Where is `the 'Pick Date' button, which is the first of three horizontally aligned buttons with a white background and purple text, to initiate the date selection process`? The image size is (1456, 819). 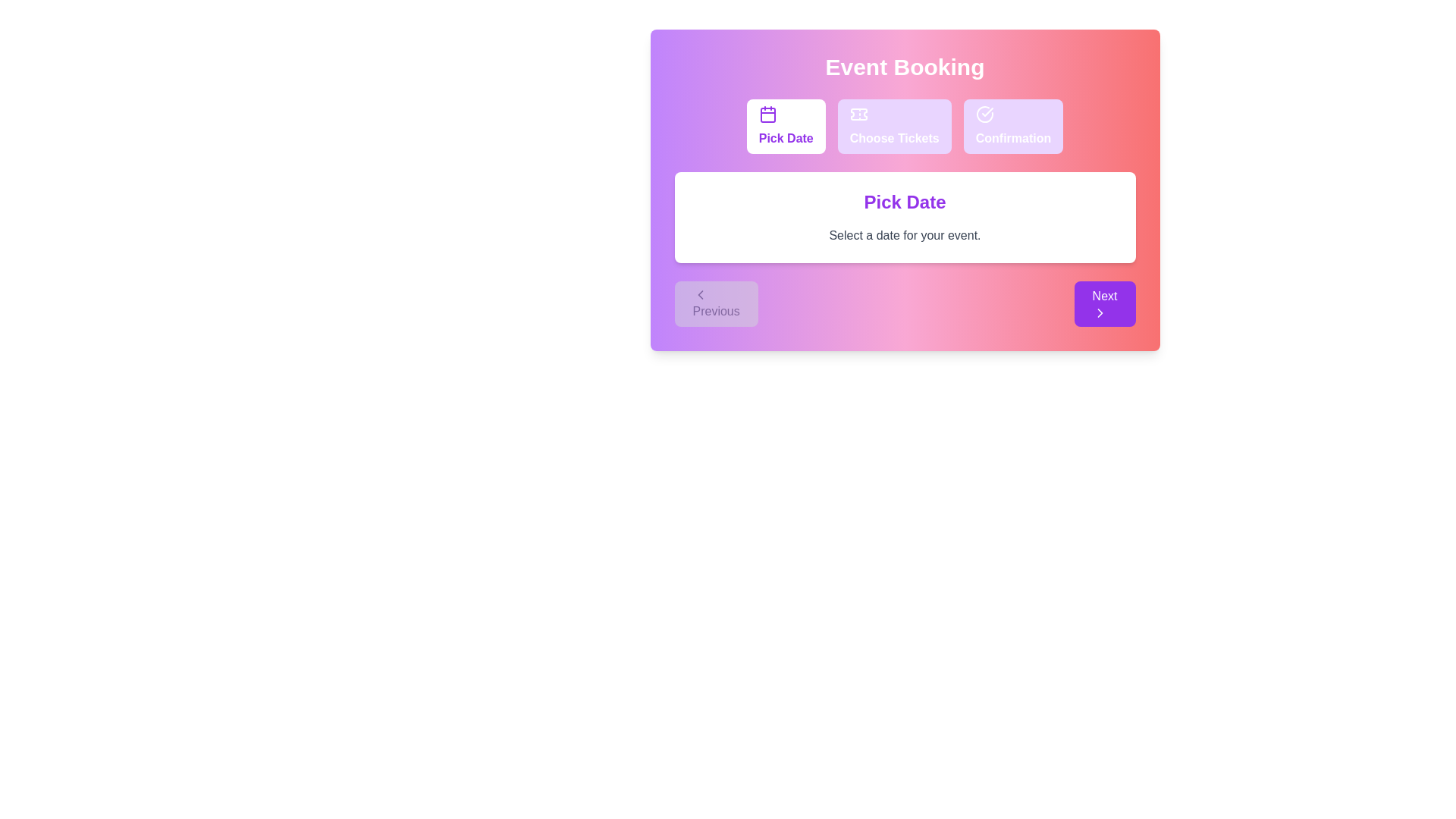 the 'Pick Date' button, which is the first of three horizontally aligned buttons with a white background and purple text, to initiate the date selection process is located at coordinates (786, 125).